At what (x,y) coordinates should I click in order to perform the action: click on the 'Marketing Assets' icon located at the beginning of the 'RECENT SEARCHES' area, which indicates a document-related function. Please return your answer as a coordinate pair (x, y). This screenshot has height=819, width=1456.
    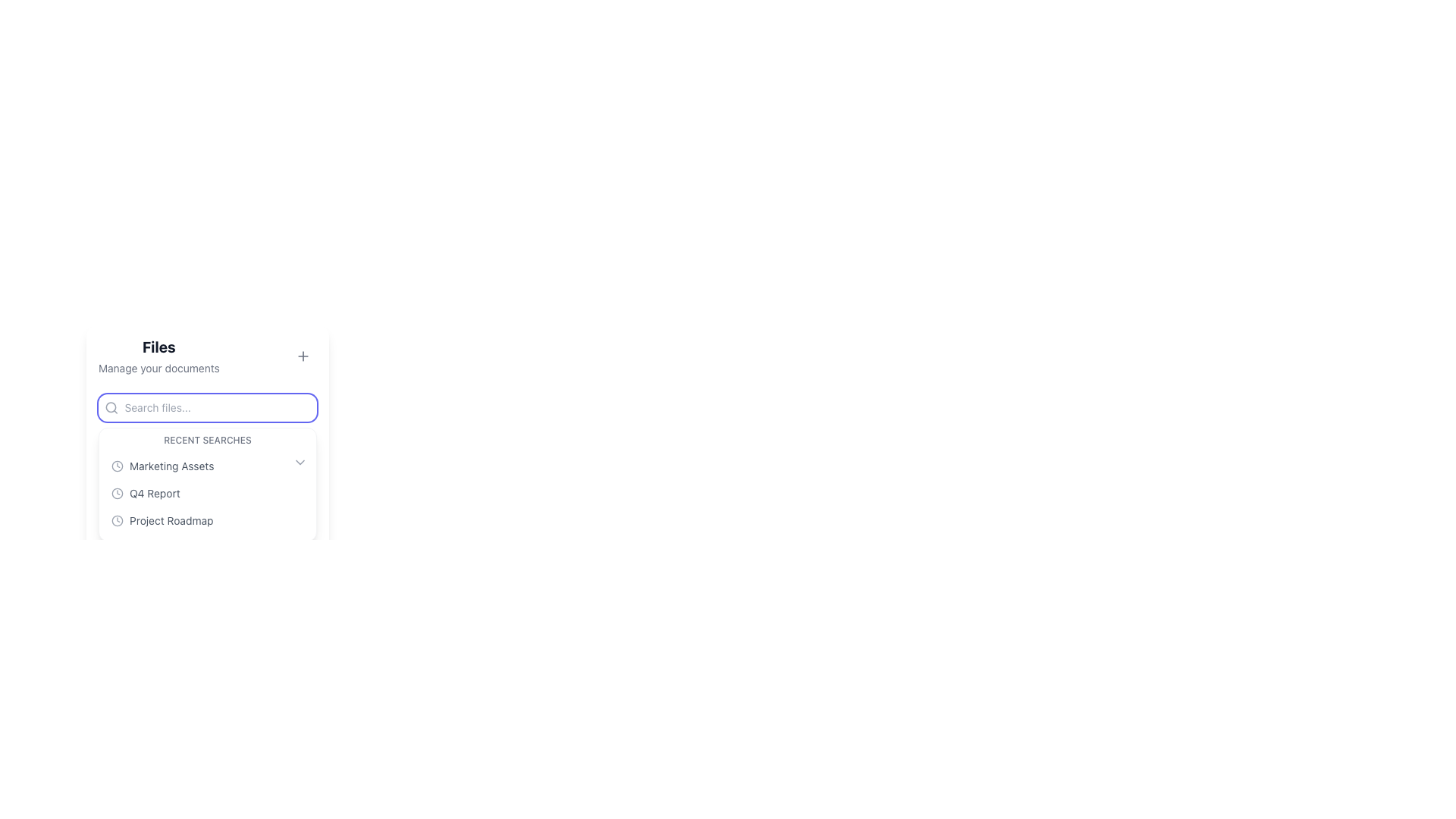
    Looking at the image, I should click on (120, 461).